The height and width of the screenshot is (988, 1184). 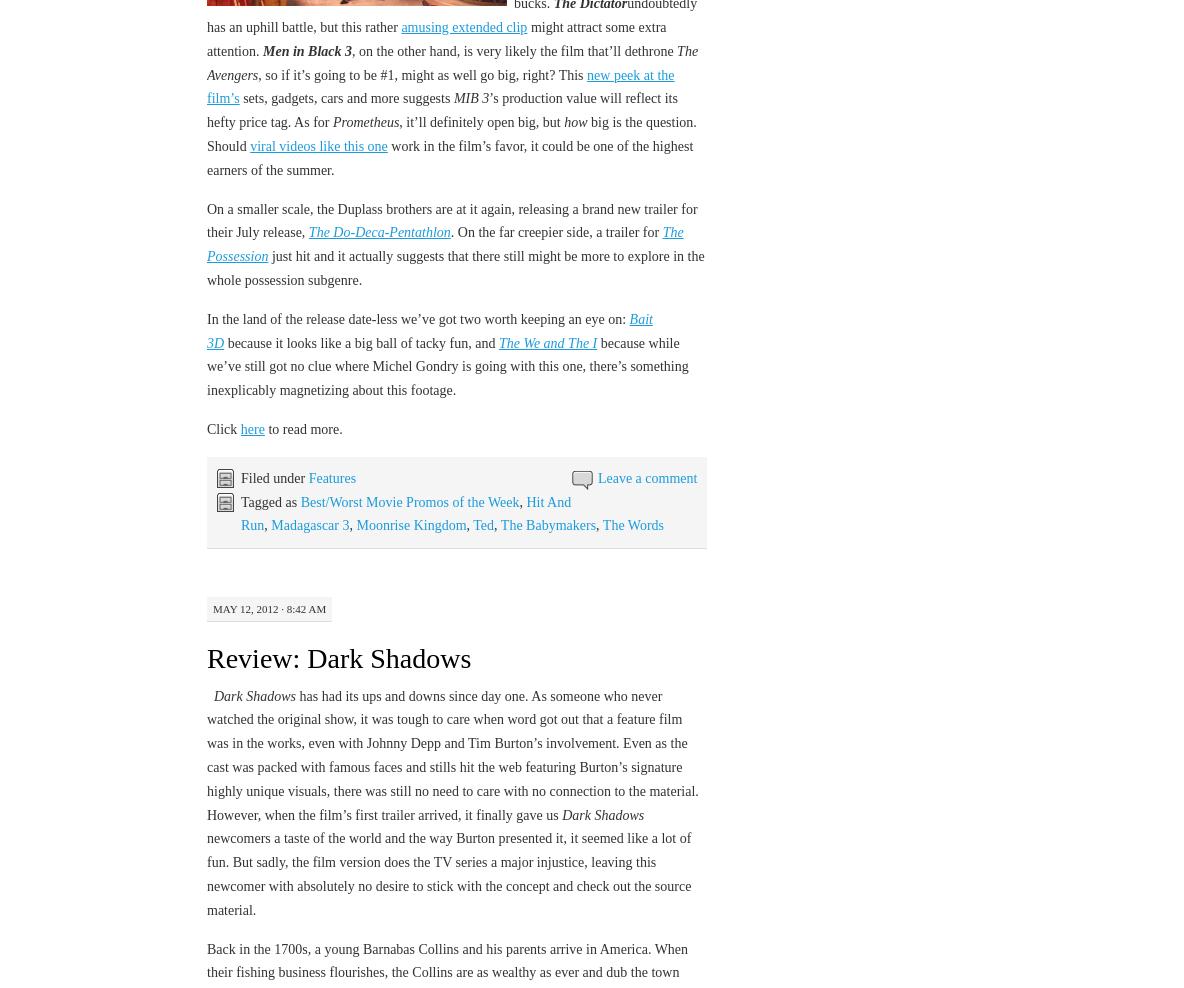 What do you see at coordinates (447, 872) in the screenshot?
I see `'newcomers a taste of the world and the way Burton presented it, it seemed like a lot of fun. But sadly, the film version does the TV series a major injustice, leaving this newcomer with absolutely no desire to stick with the concept and check out the source material.'` at bounding box center [447, 872].